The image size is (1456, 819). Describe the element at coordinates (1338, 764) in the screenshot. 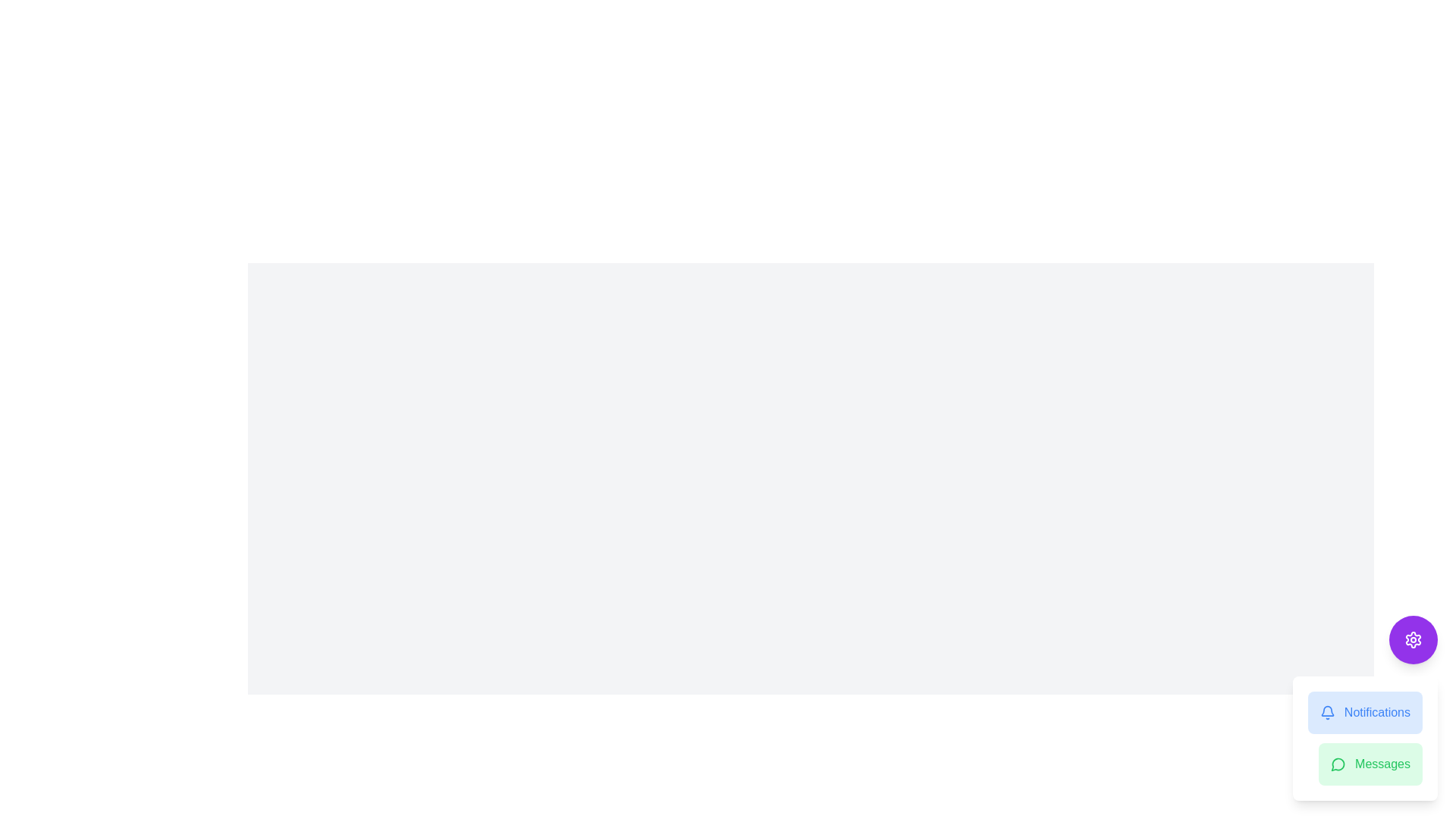

I see `the 'Messages' button, which is located in the bottom-right corner of the interface and contains an icon representing messaging functionality` at that location.